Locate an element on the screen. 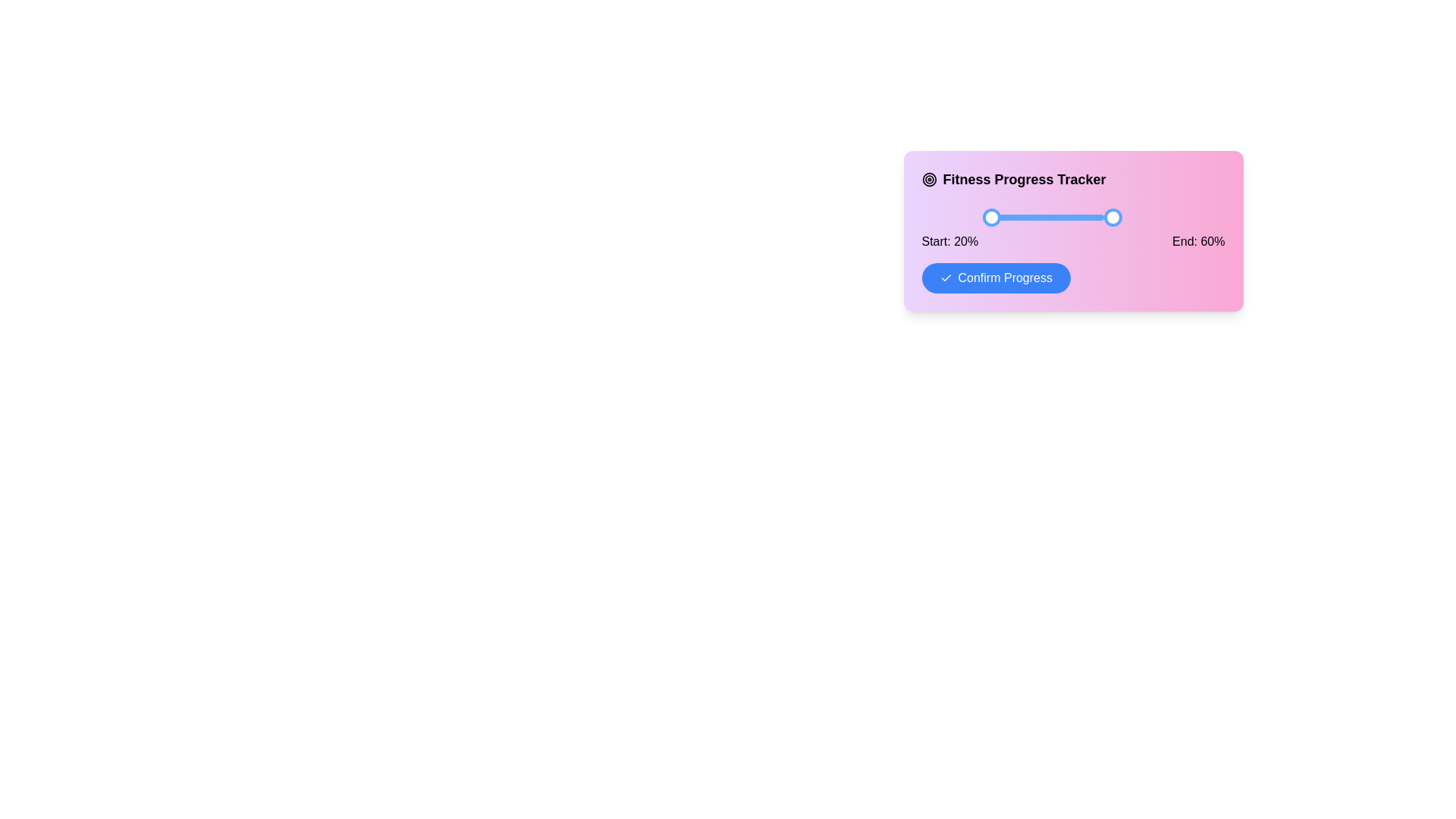  the middle circle of the concentric circle design within the 'Fitness Progress Tracker' card is located at coordinates (928, 178).